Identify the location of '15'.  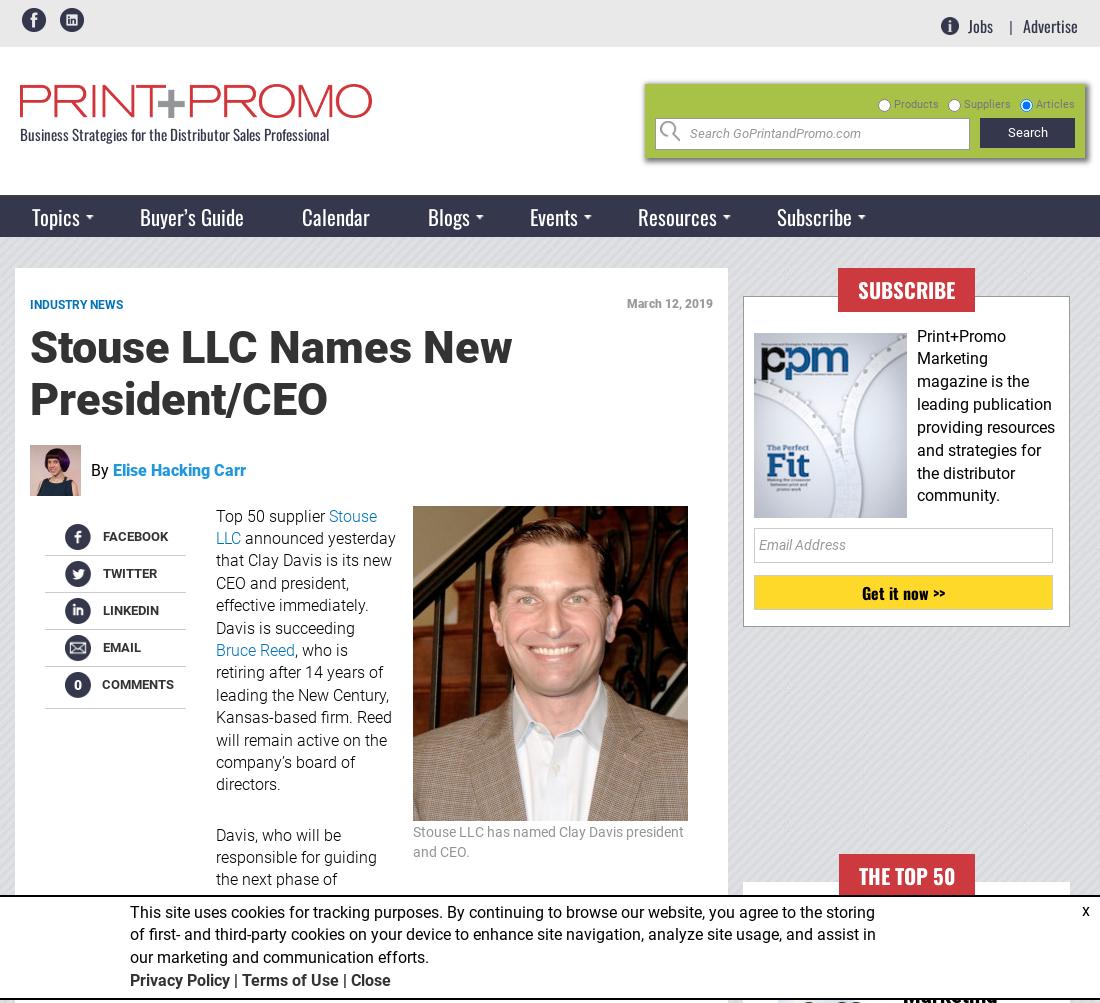
(551, 262).